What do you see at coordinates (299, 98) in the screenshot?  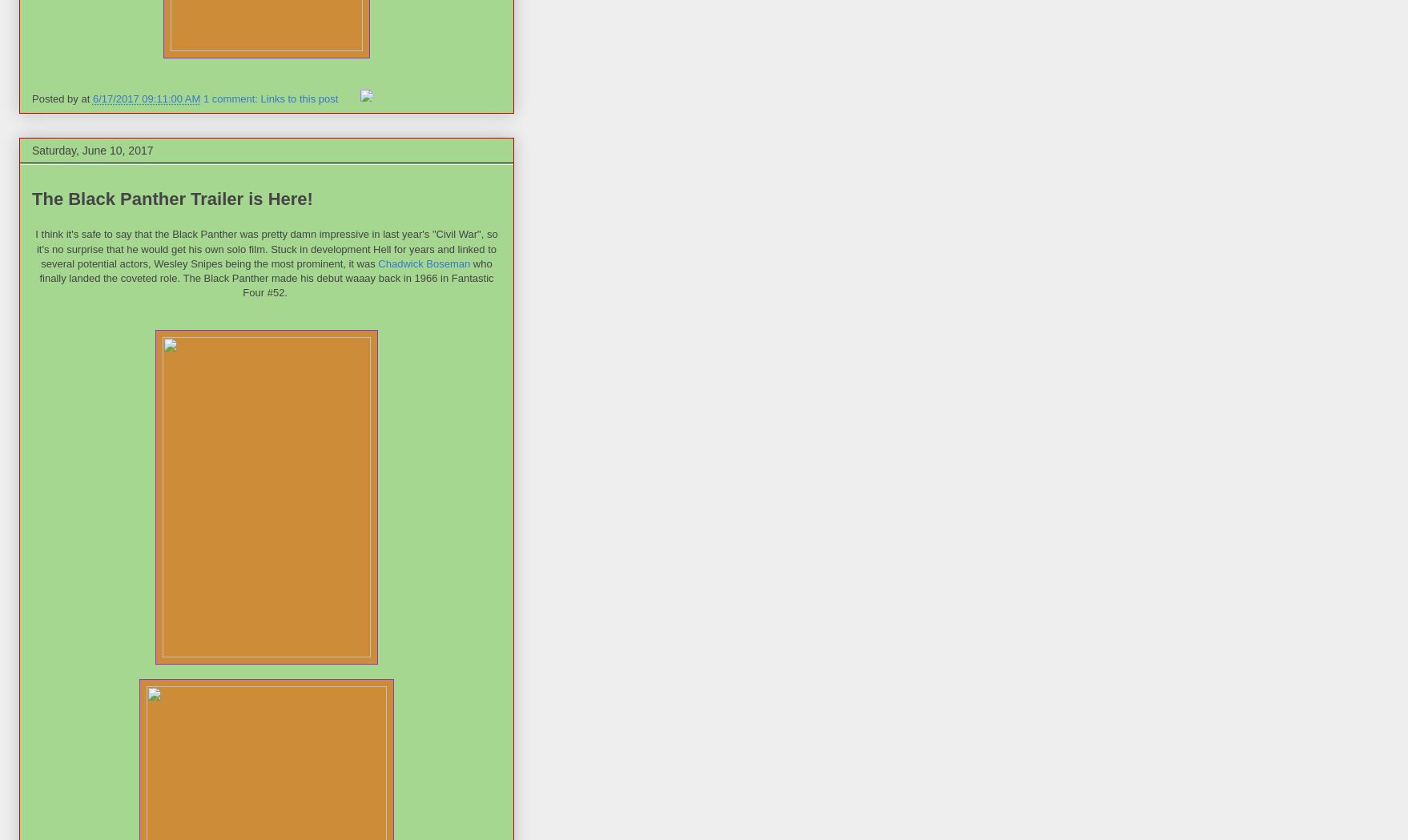 I see `'Links to this post'` at bounding box center [299, 98].